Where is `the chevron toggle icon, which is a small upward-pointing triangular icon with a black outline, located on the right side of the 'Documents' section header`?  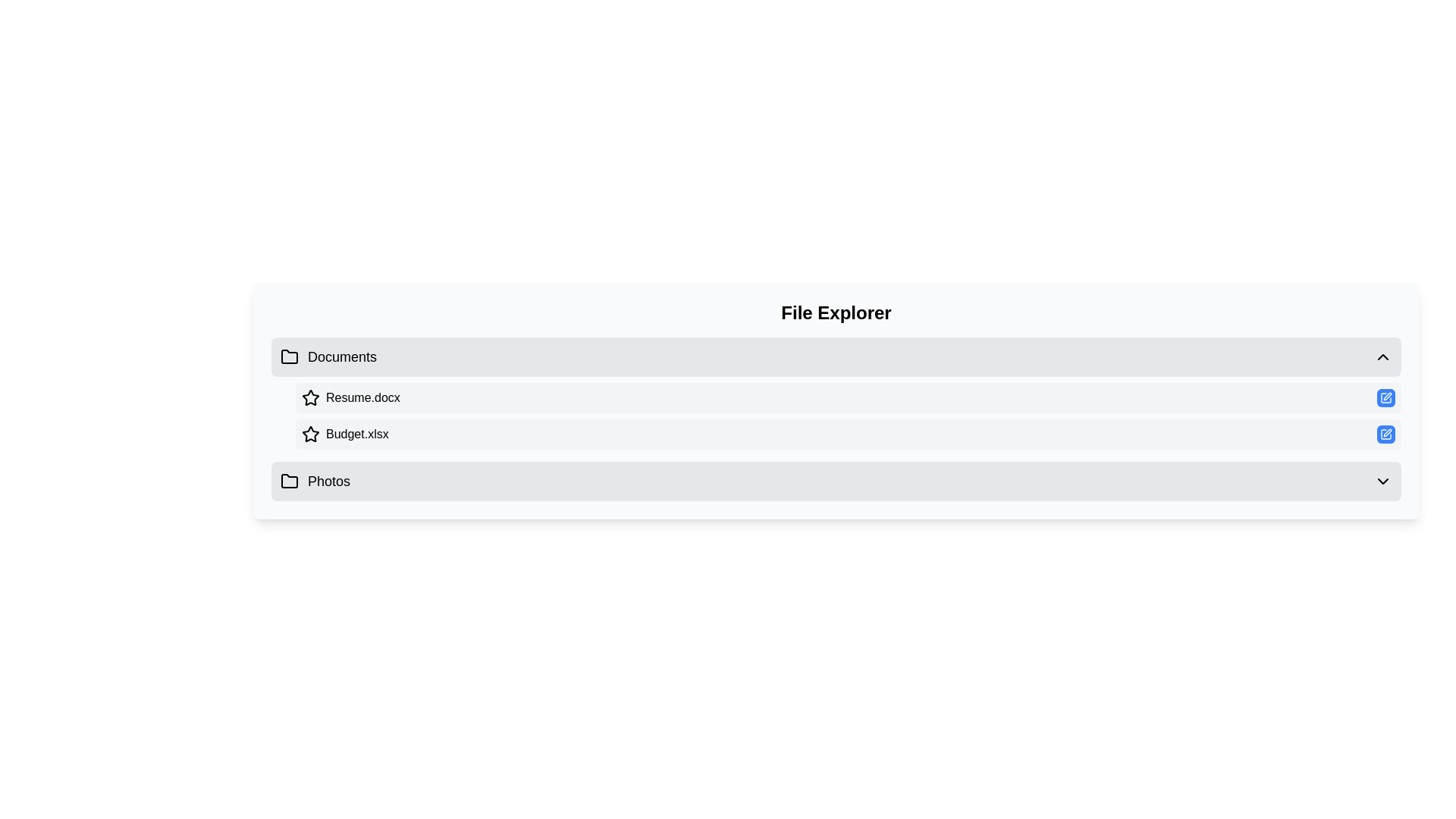 the chevron toggle icon, which is a small upward-pointing triangular icon with a black outline, located on the right side of the 'Documents' section header is located at coordinates (1383, 356).